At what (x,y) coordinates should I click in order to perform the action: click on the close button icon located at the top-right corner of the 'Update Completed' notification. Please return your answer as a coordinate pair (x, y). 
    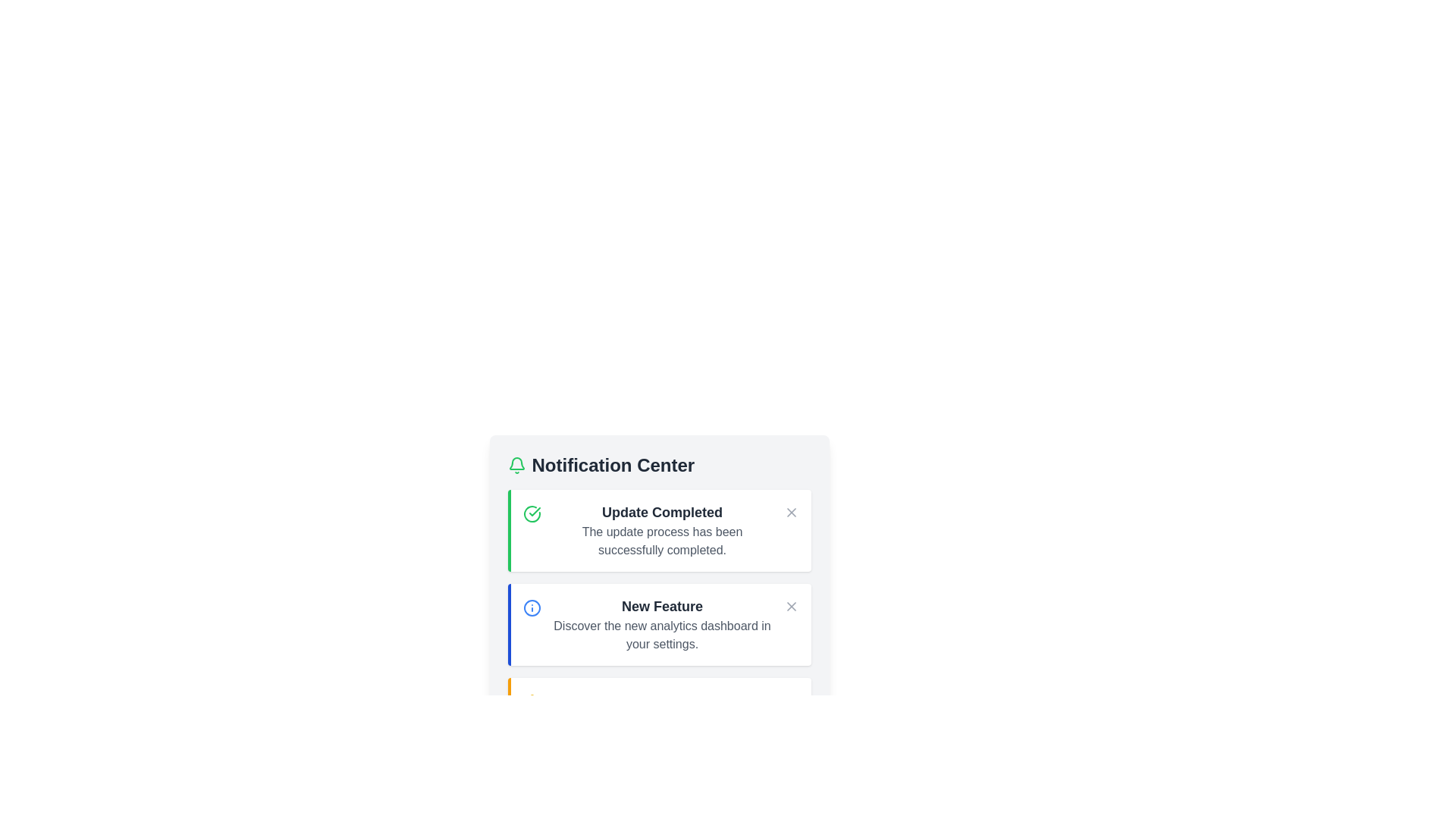
    Looking at the image, I should click on (790, 512).